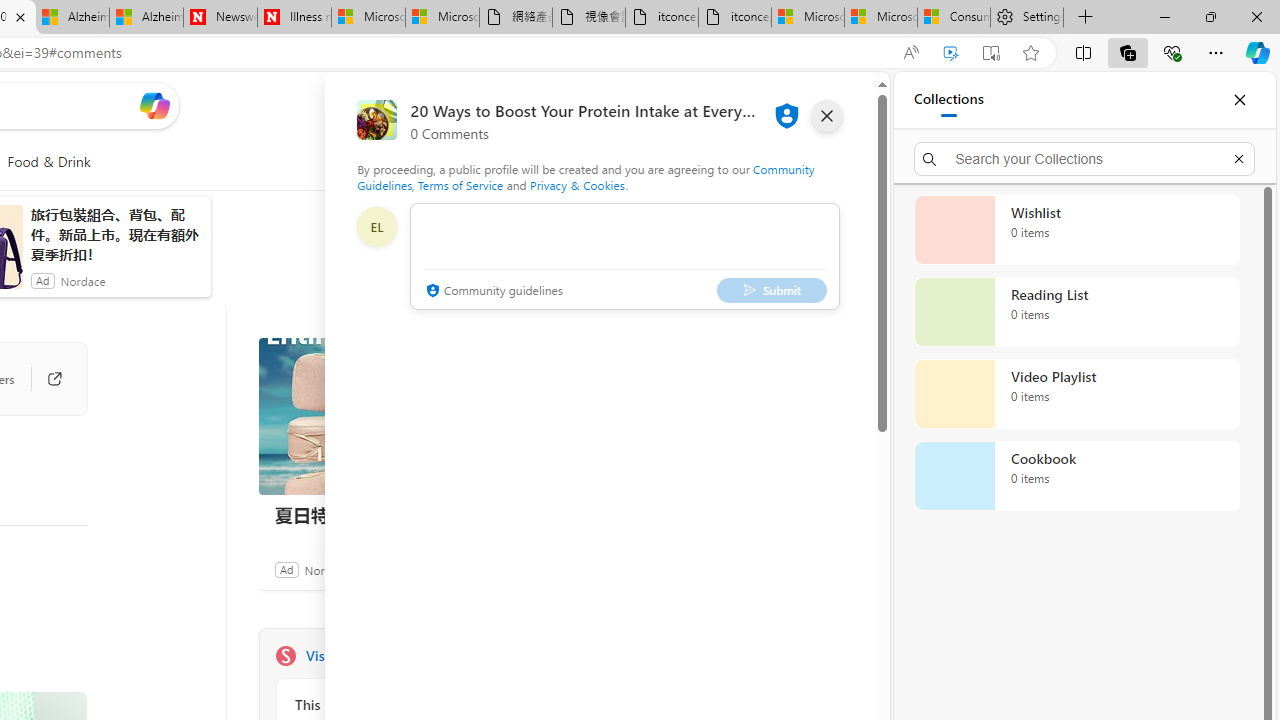 This screenshot has width=1280, height=720. Describe the element at coordinates (294, 17) in the screenshot. I see `'Illness news & latest pictures from Newsweek.com'` at that location.